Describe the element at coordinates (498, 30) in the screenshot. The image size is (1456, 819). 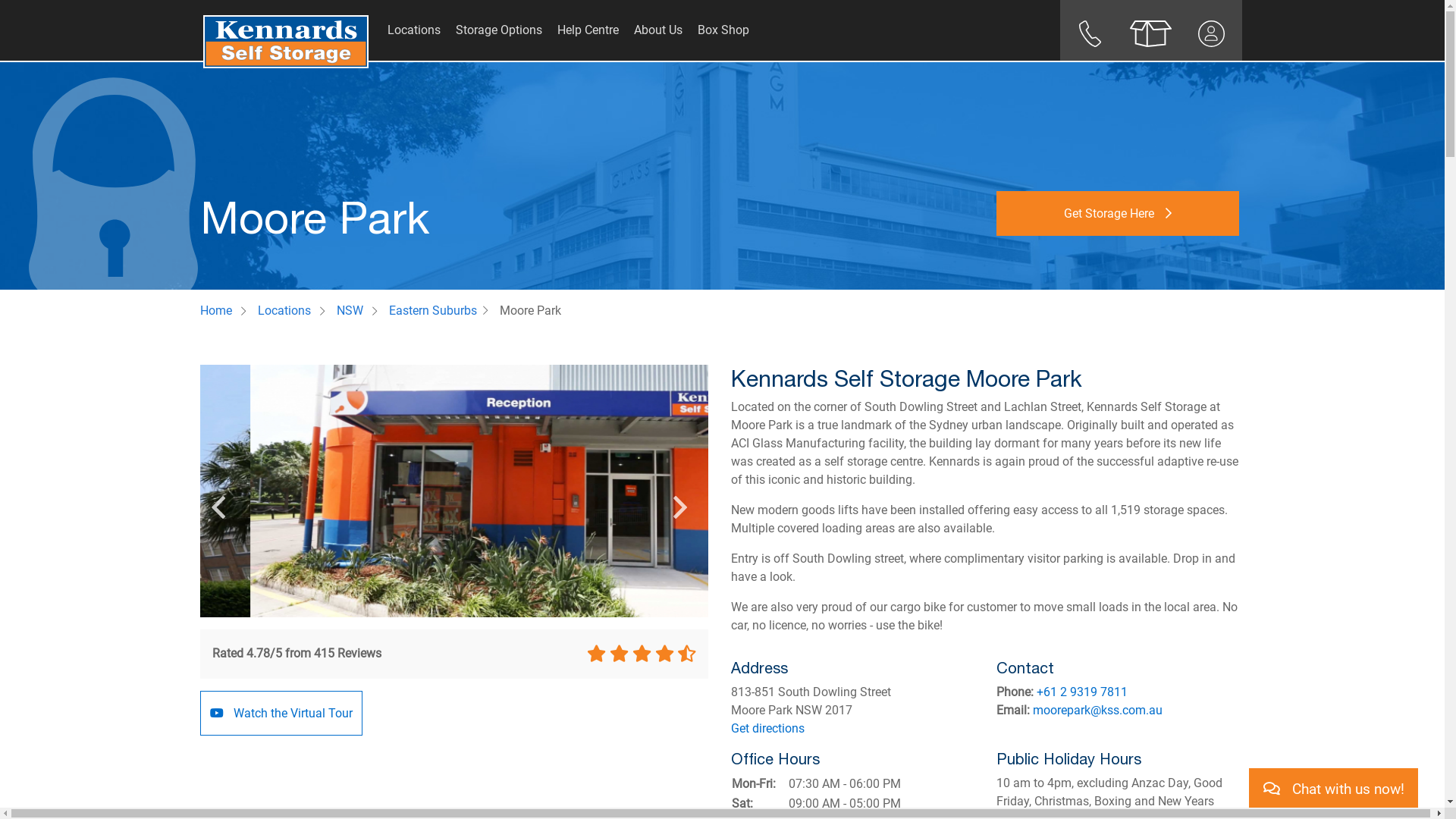
I see `'Storage Options'` at that location.